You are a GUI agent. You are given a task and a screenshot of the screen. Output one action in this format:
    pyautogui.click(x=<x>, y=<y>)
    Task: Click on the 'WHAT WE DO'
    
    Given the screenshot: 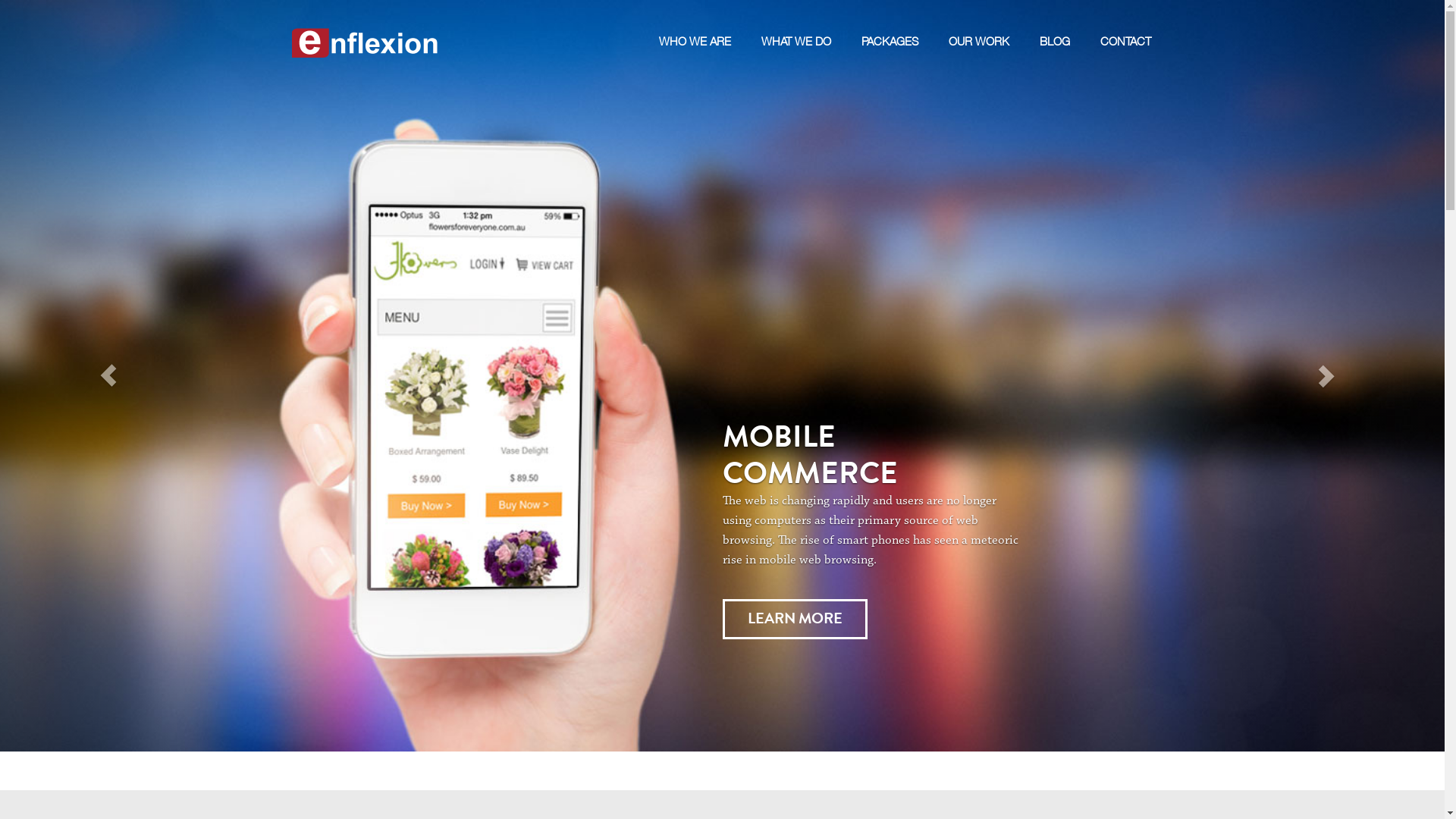 What is the action you would take?
    pyautogui.click(x=761, y=24)
    